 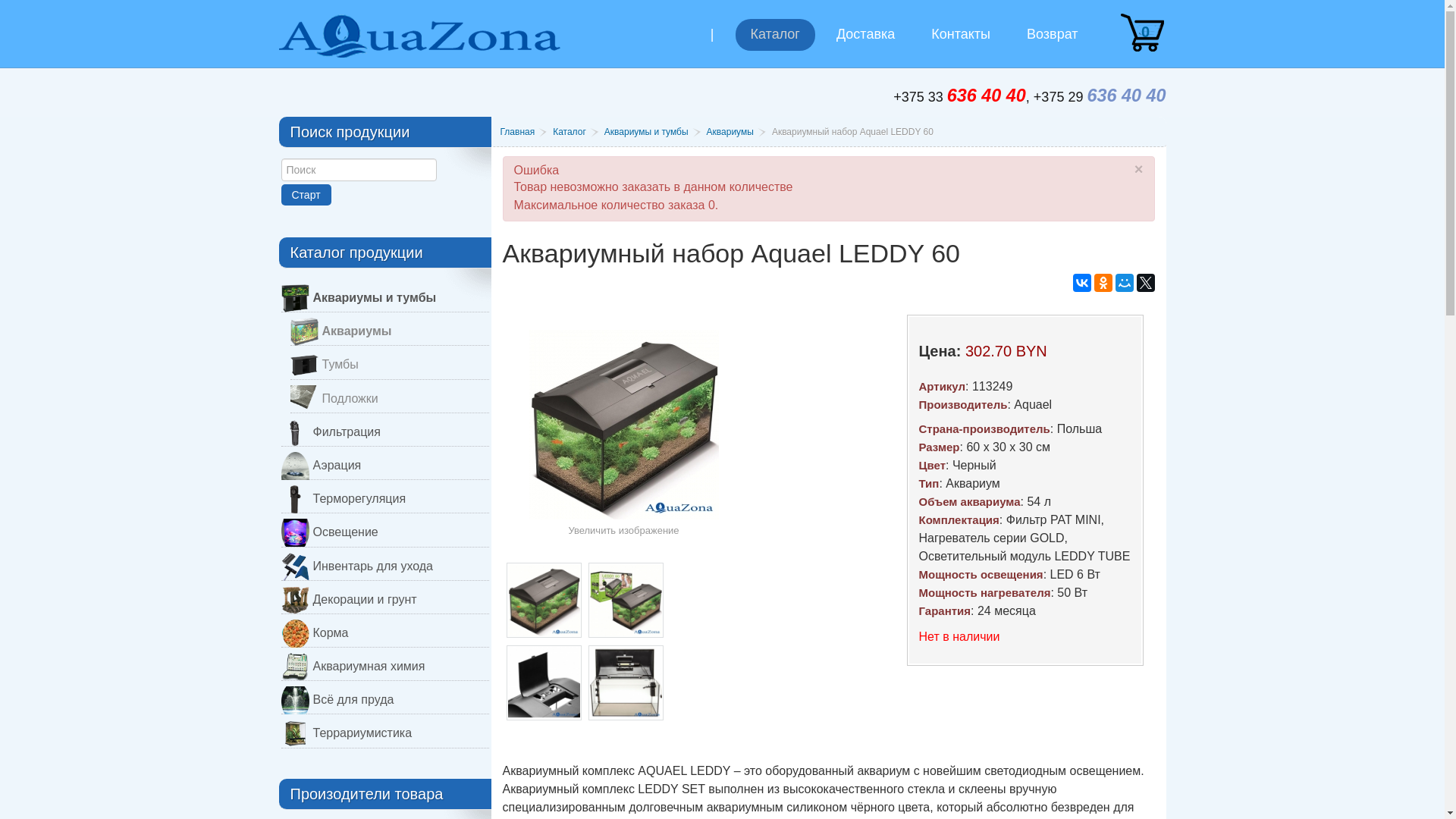 What do you see at coordinates (694, 45) in the screenshot?
I see `'|'` at bounding box center [694, 45].